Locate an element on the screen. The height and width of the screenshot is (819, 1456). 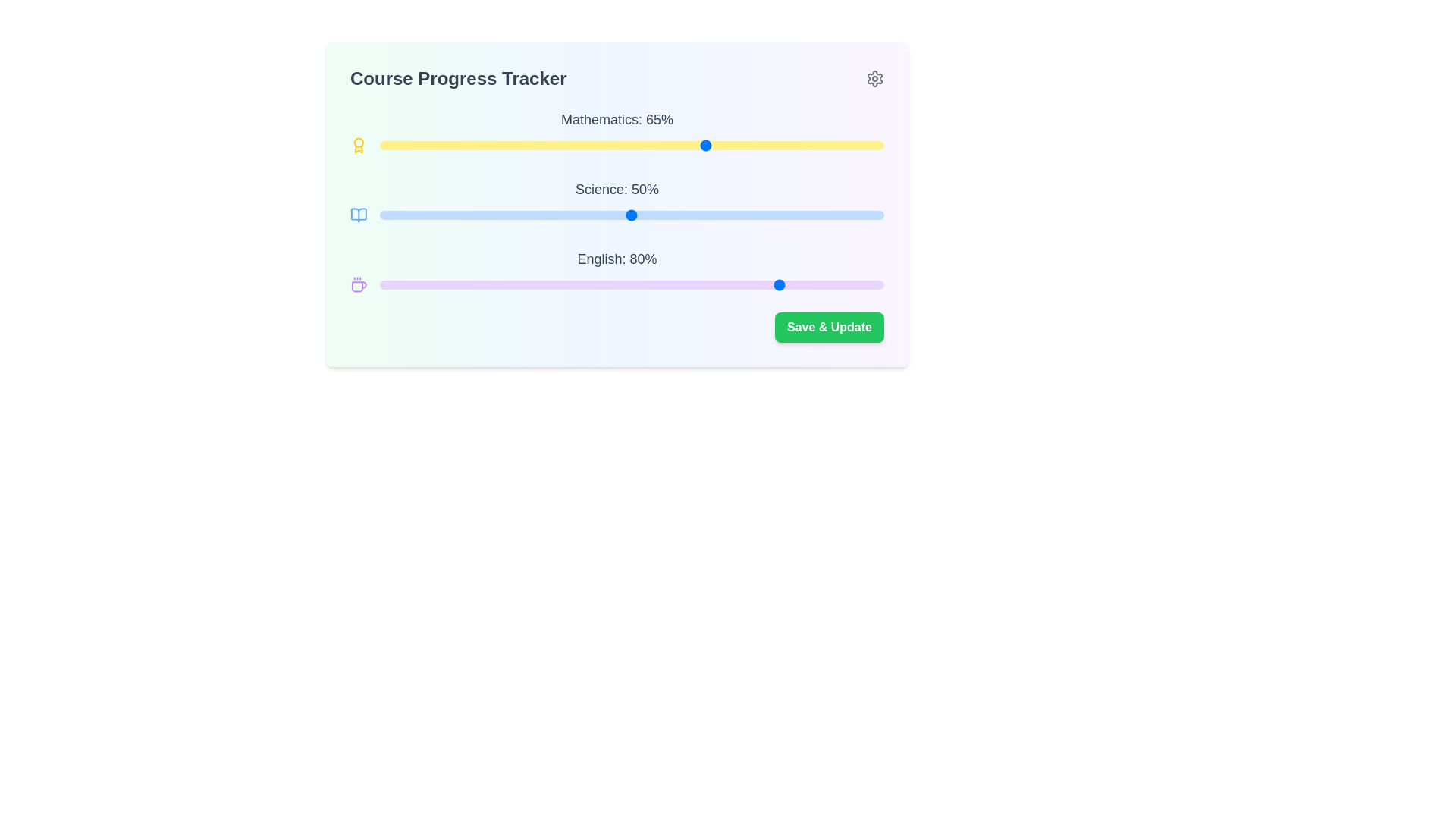
the progress of Mathematics is located at coordinates (500, 146).